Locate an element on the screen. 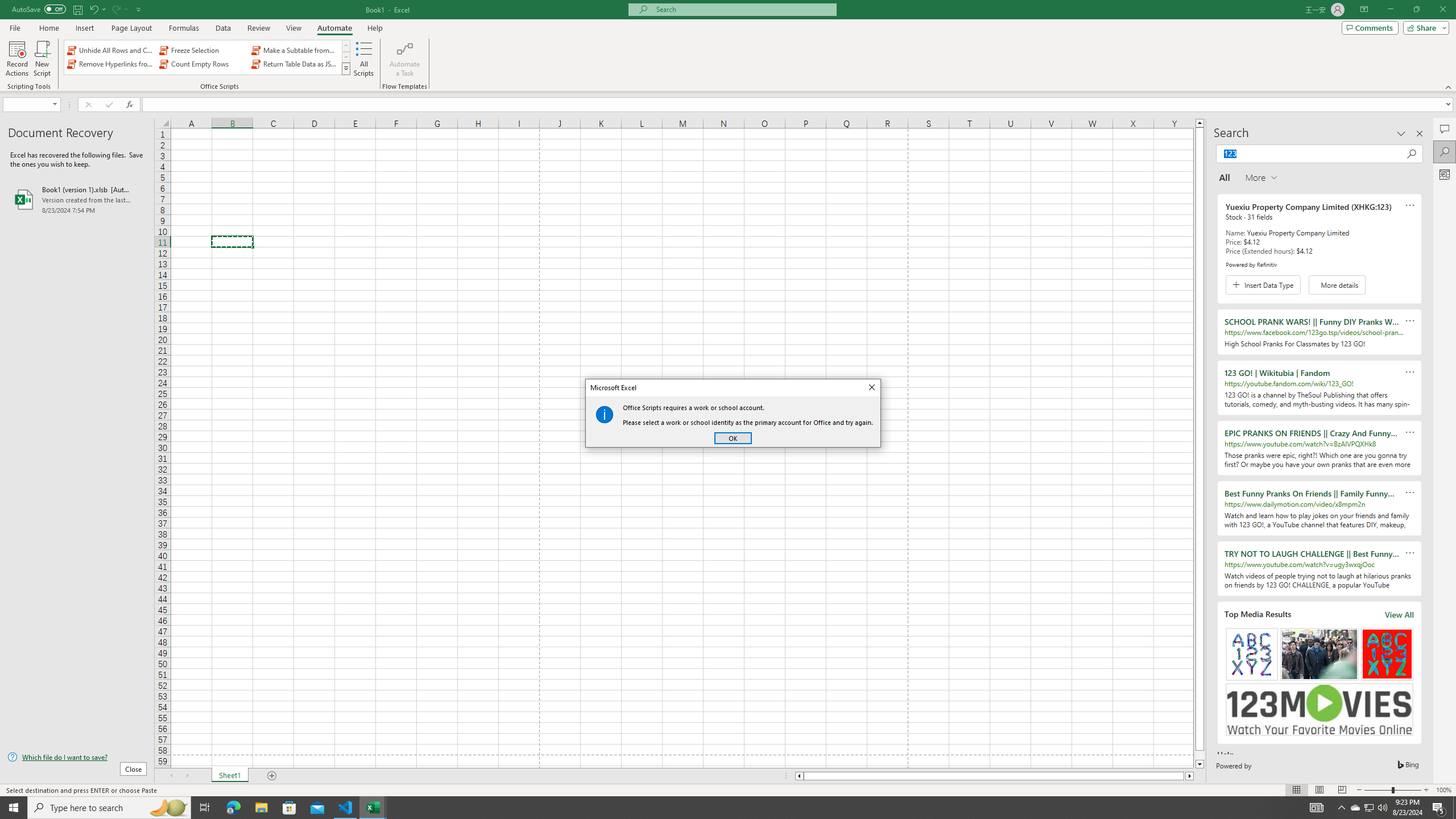  'Close pane' is located at coordinates (1419, 133).